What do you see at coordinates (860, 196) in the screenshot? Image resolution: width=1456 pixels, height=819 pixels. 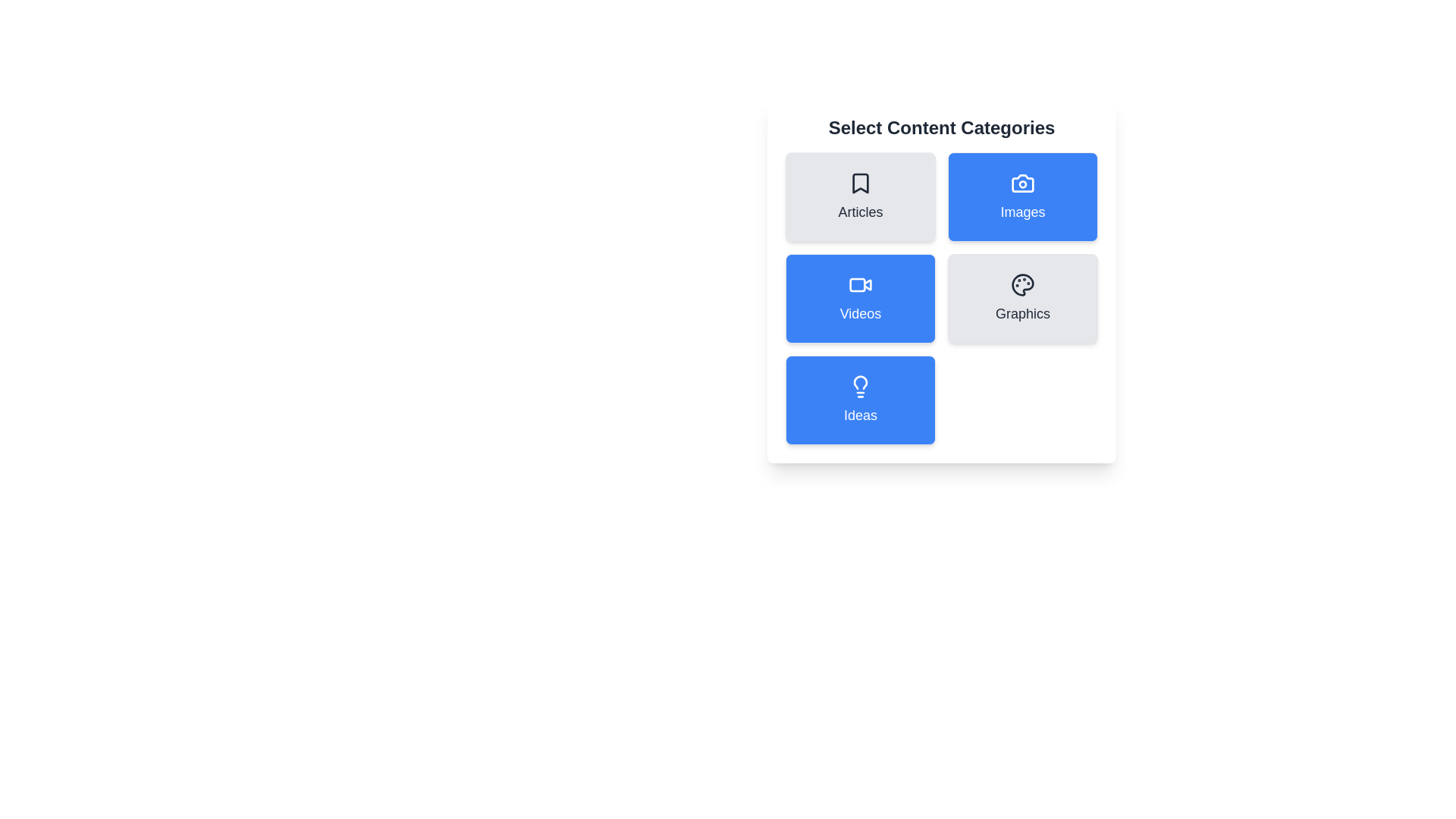 I see `the 'Articles' button to observe the hover effect` at bounding box center [860, 196].